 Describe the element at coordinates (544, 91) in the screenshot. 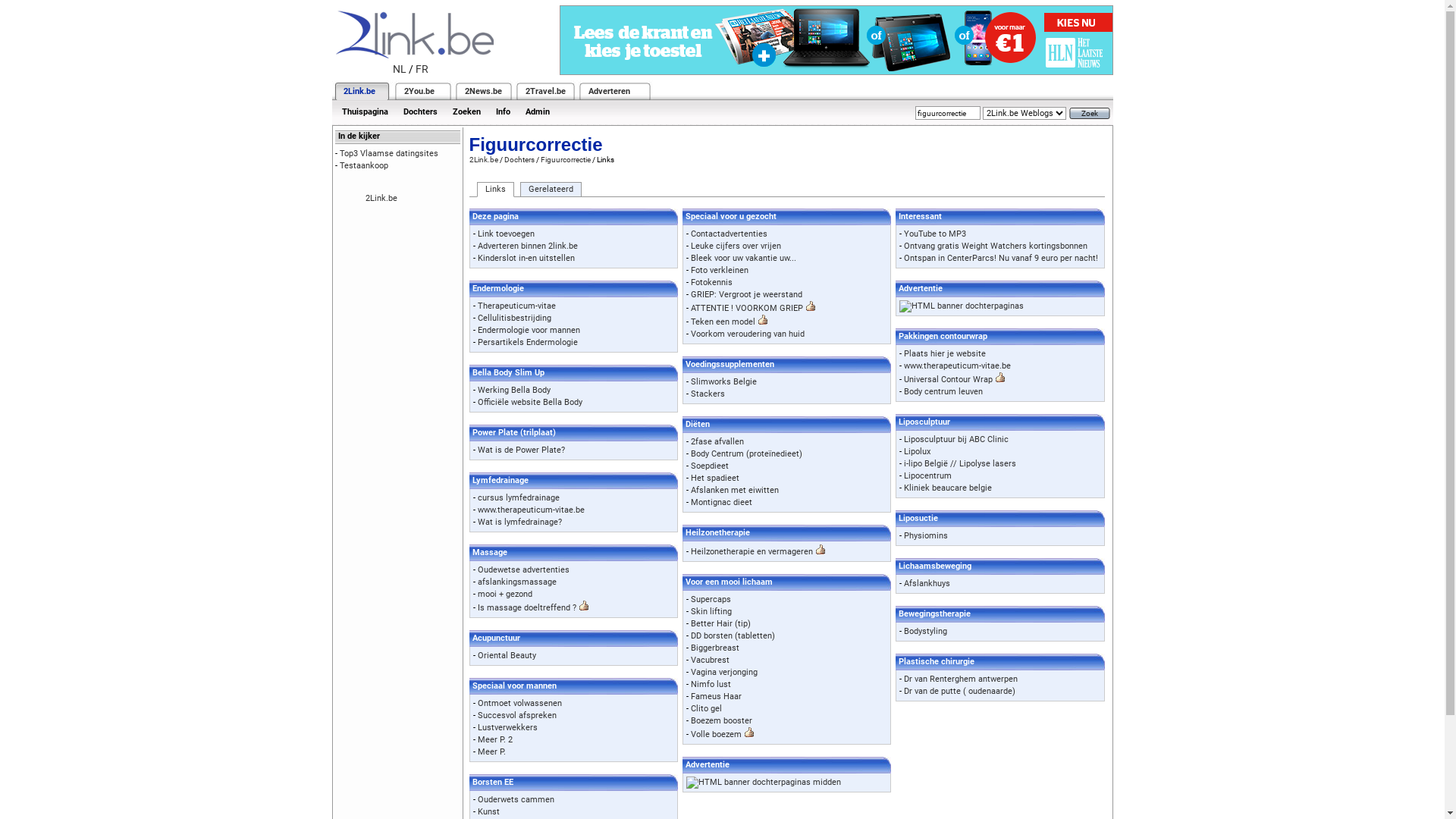

I see `'2Travel.be'` at that location.